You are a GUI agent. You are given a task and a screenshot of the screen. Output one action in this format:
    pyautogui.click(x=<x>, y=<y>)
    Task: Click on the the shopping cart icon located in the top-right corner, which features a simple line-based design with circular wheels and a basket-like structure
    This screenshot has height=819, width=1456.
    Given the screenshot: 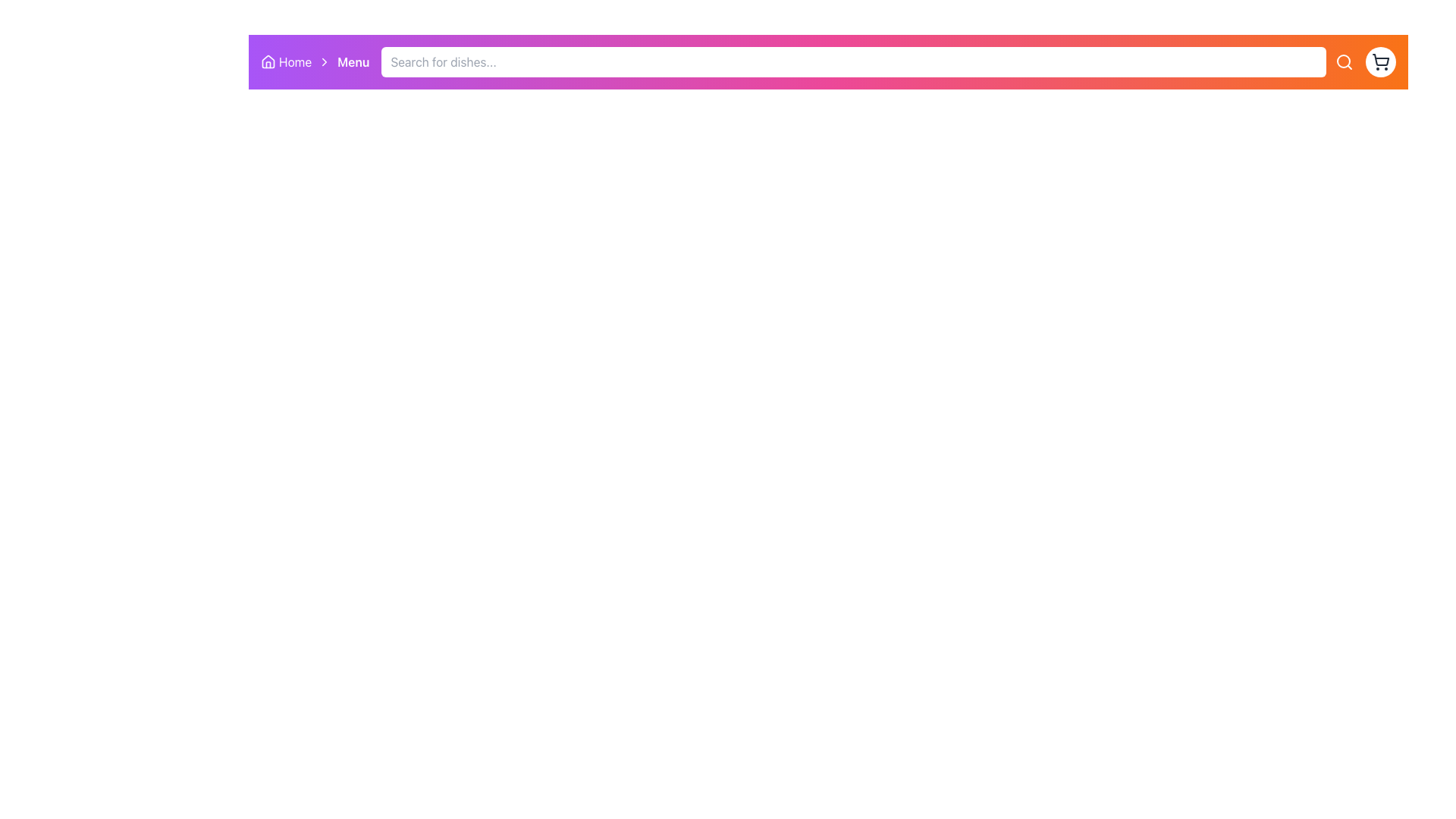 What is the action you would take?
    pyautogui.click(x=1380, y=61)
    